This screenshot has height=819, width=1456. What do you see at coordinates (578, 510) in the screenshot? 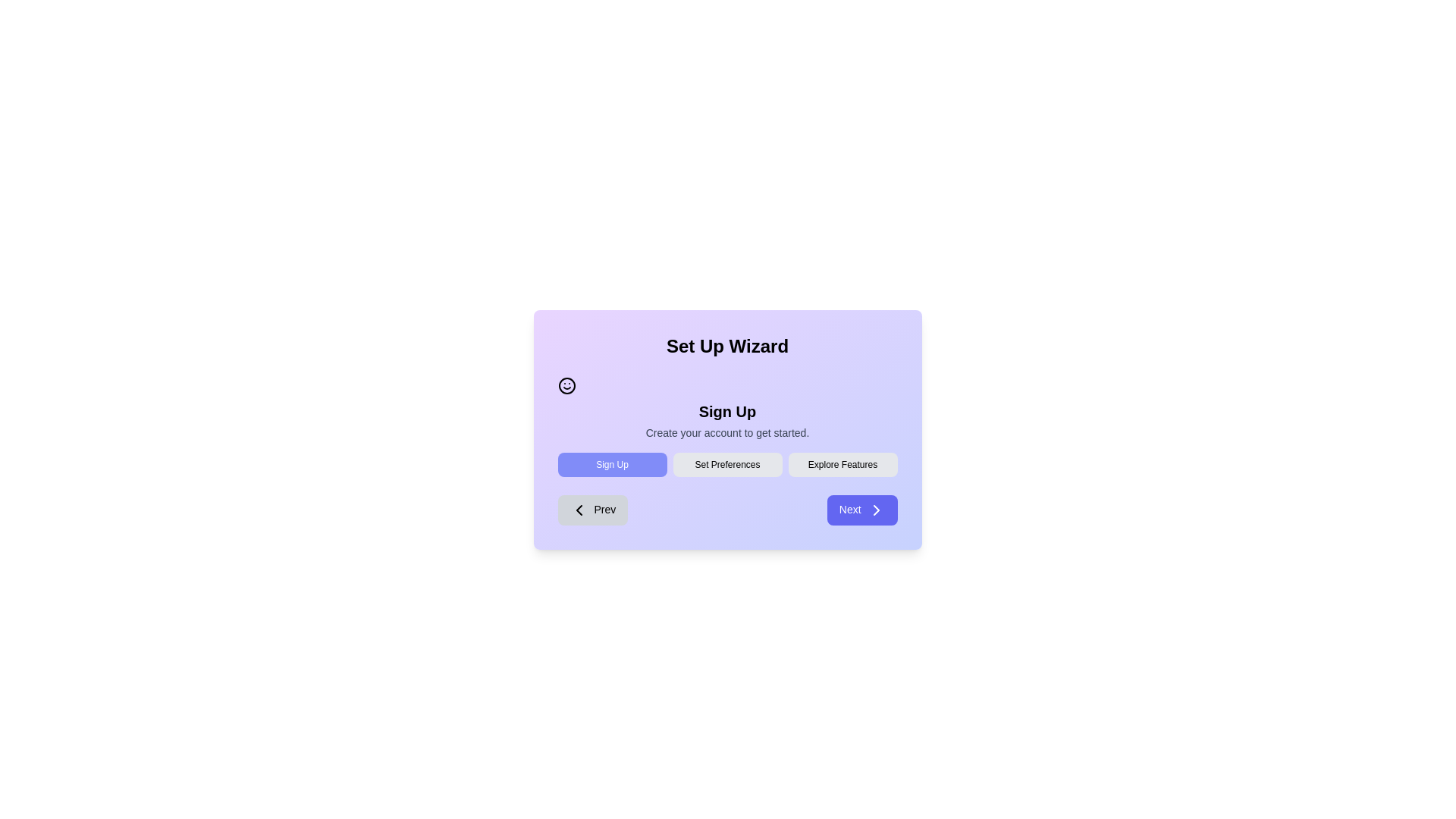
I see `the 'Previous' navigation button icon, which is located to the immediate left of the text 'Prev', to trigger tooltip or visual feedback` at bounding box center [578, 510].